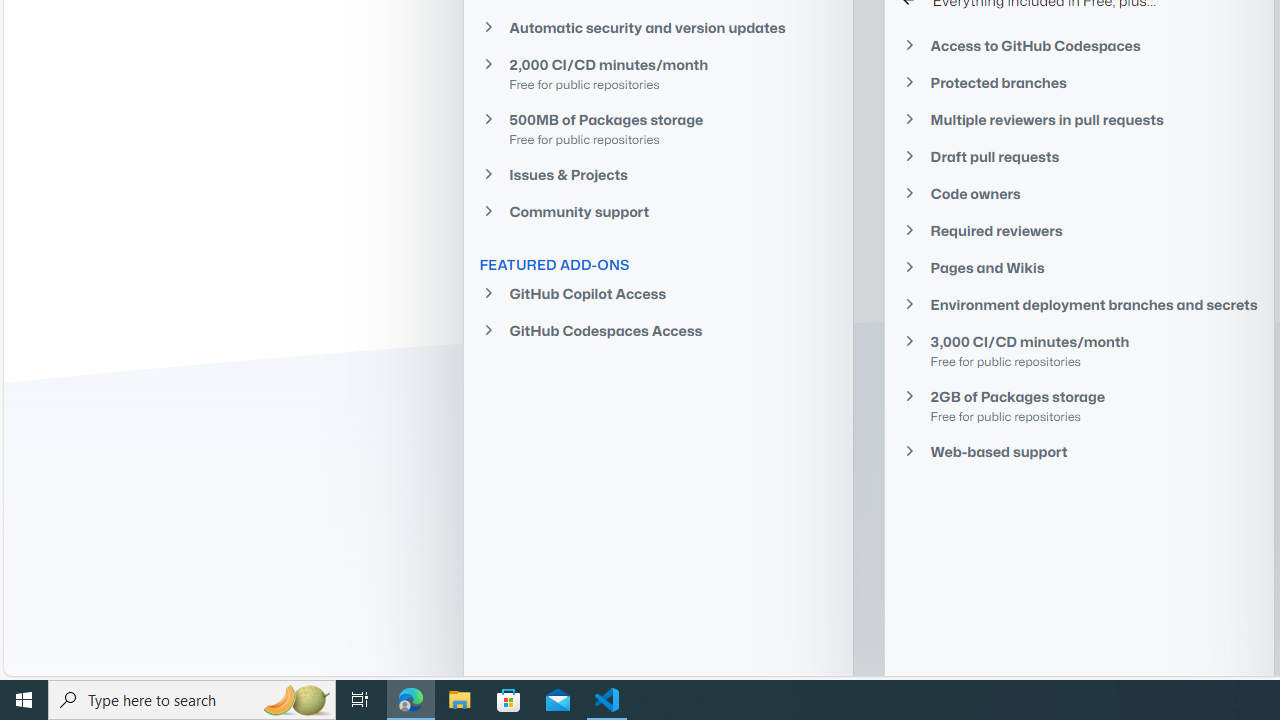  Describe the element at coordinates (657, 72) in the screenshot. I see `'2,000 CI/CD minutes/monthFree for public repositories'` at that location.